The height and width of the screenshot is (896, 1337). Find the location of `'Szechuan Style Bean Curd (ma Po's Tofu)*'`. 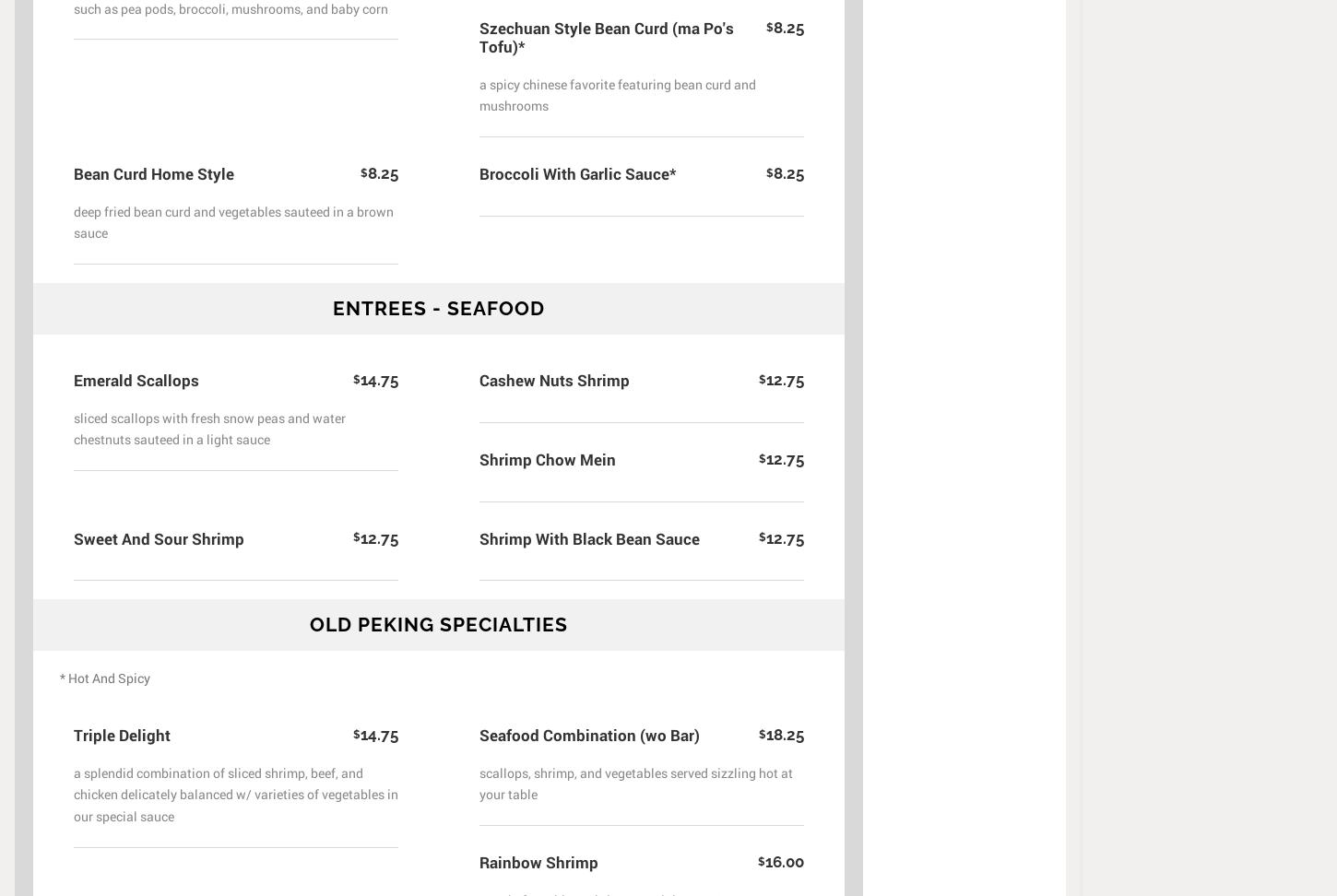

'Szechuan Style Bean Curd (ma Po's Tofu)*' is located at coordinates (606, 37).